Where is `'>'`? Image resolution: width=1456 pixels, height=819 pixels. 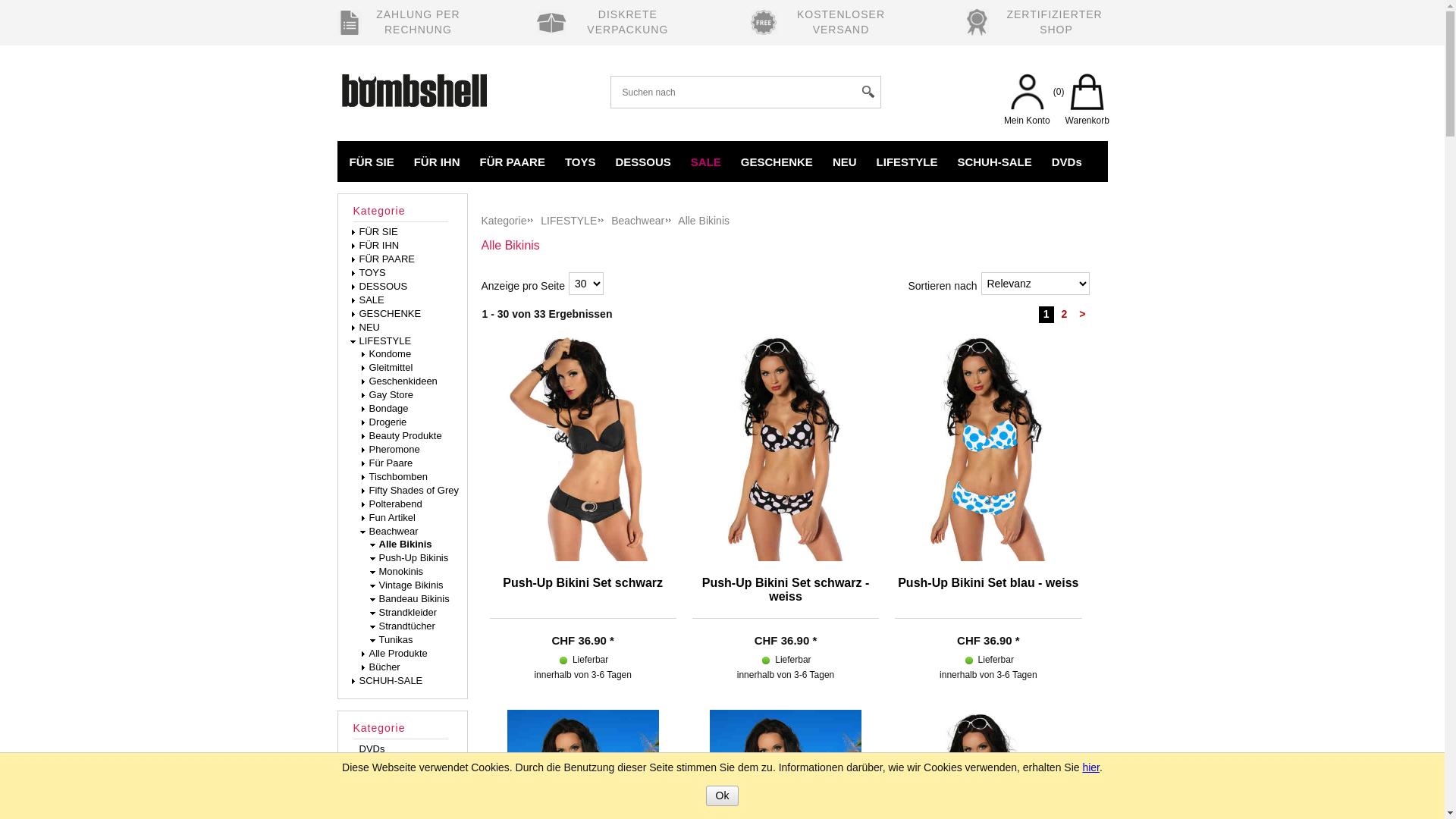 '>' is located at coordinates (1081, 312).